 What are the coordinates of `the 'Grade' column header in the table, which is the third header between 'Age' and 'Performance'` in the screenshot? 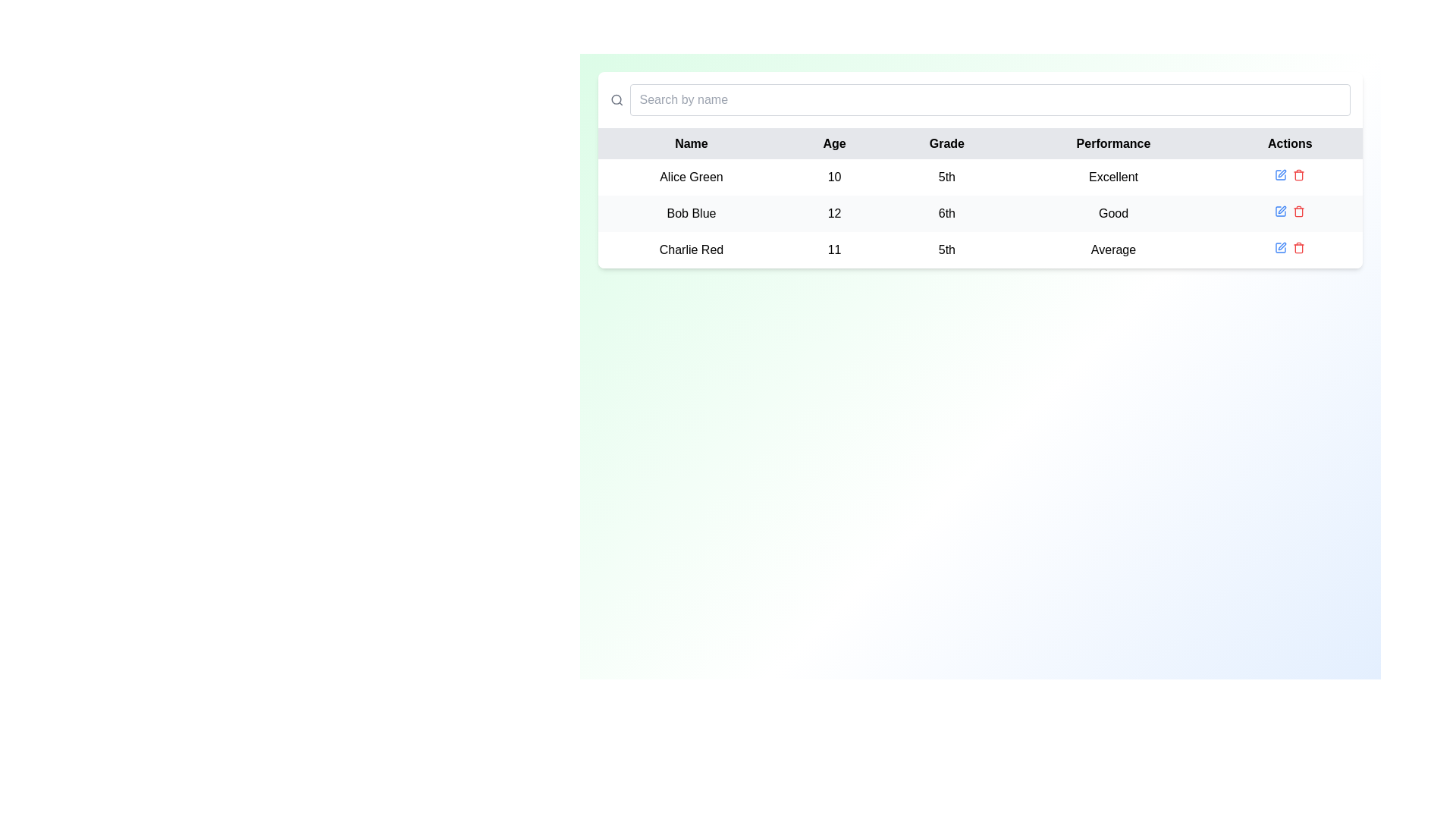 It's located at (946, 143).